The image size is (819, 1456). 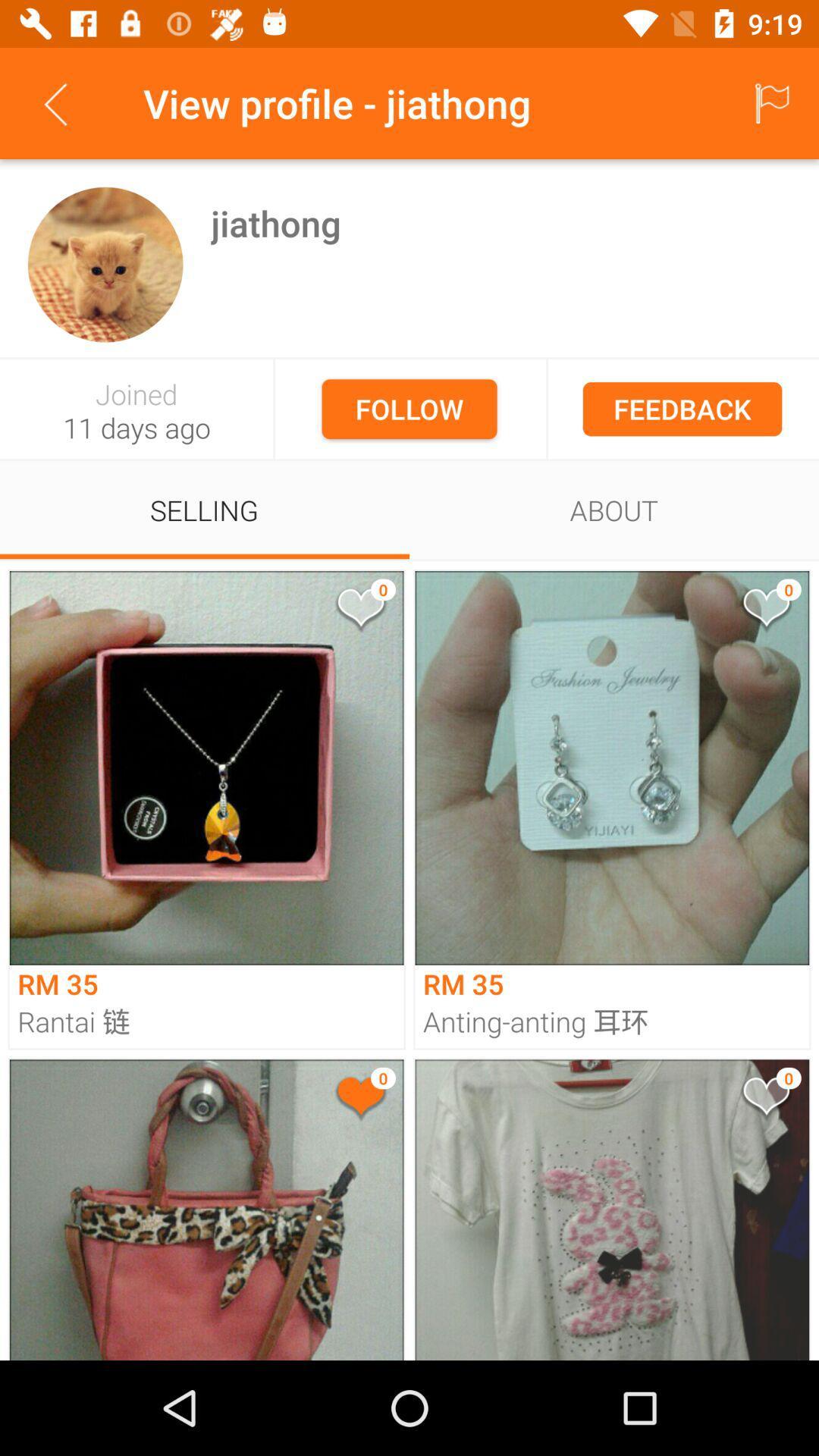 I want to click on like the product, so click(x=765, y=610).